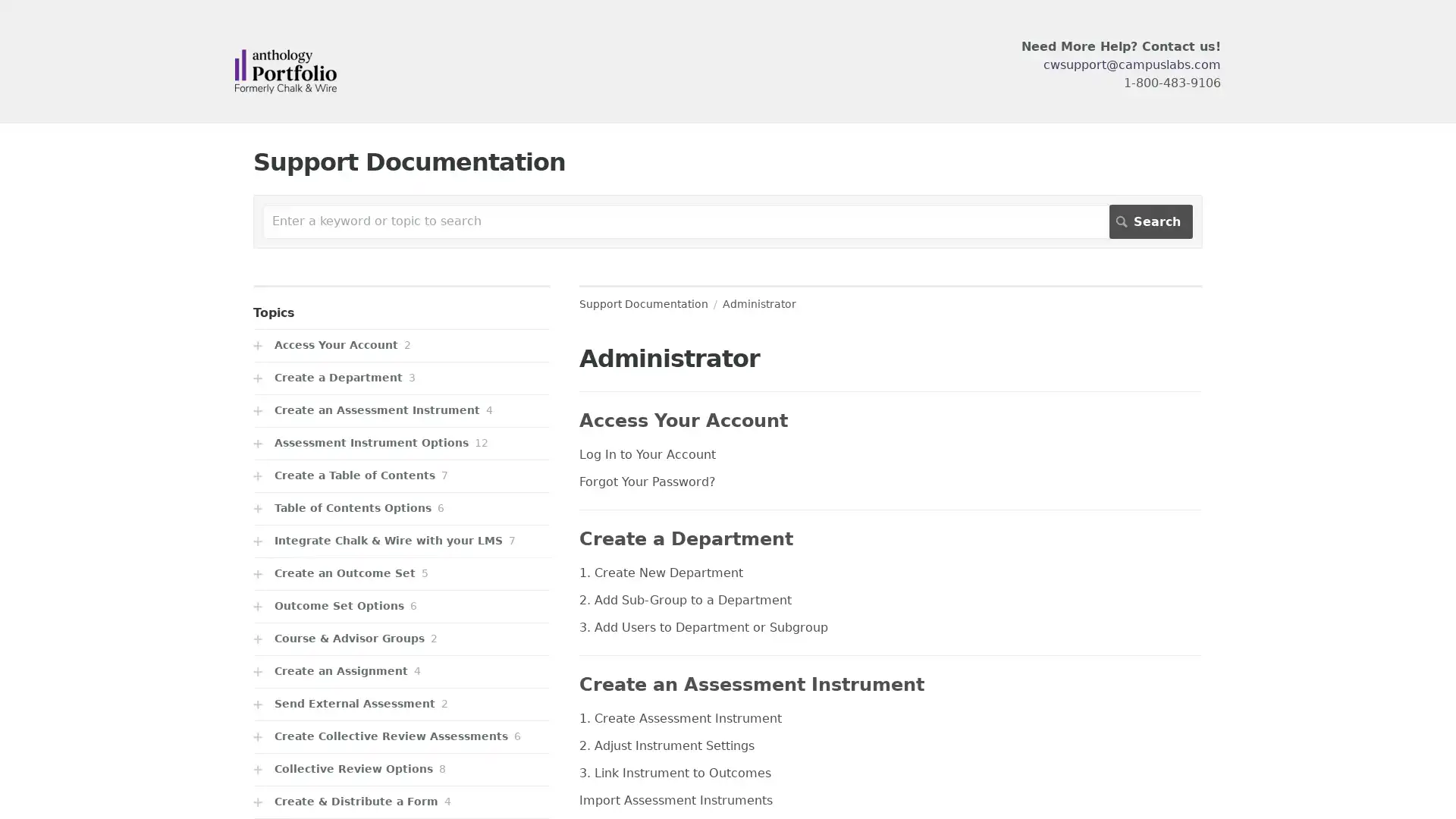 Image resolution: width=1456 pixels, height=819 pixels. I want to click on Create an Assessment Instrument 4, so click(401, 410).